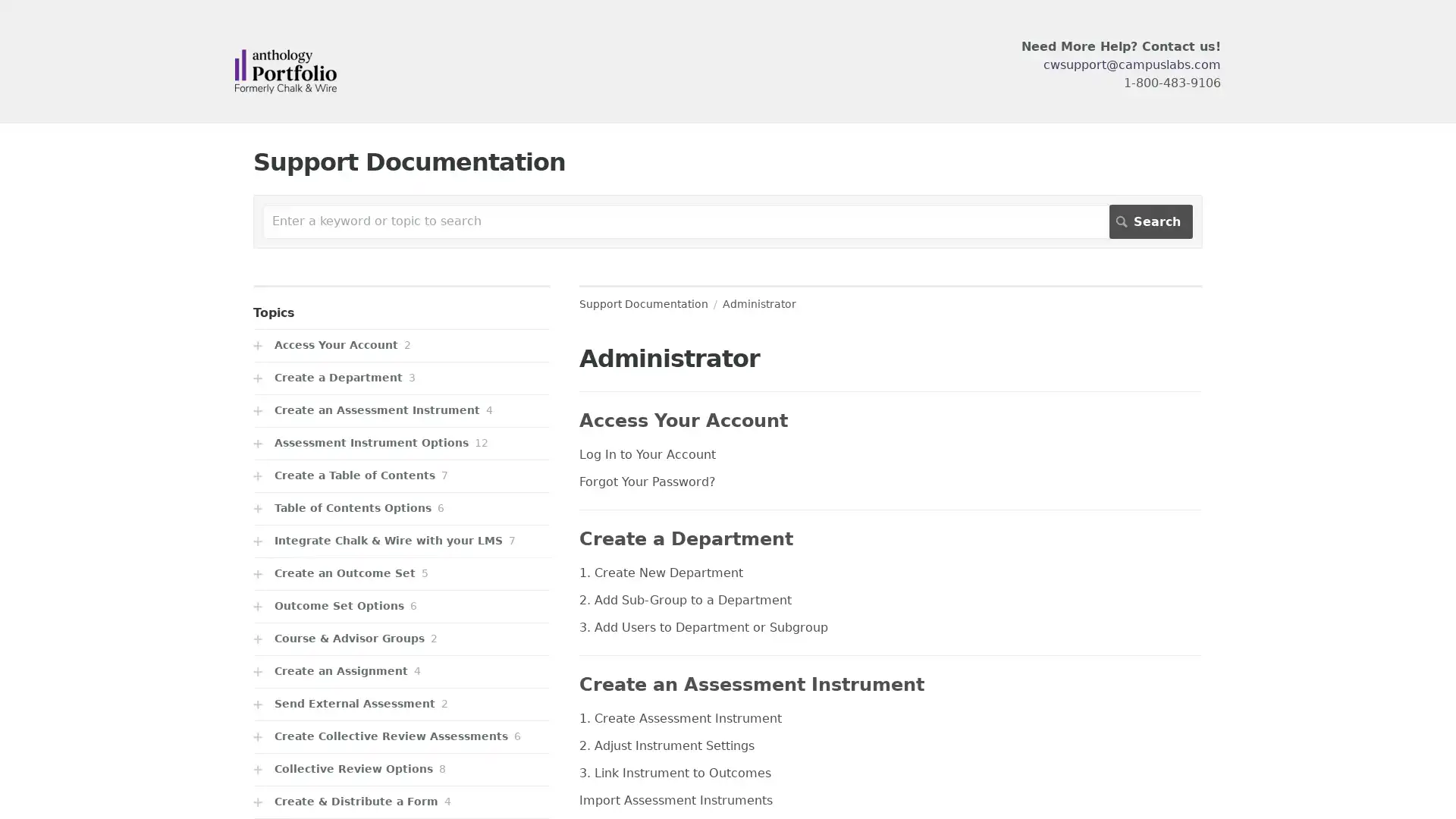 Image resolution: width=1456 pixels, height=819 pixels. I want to click on Create an Assessment Instrument 4, so click(401, 410).